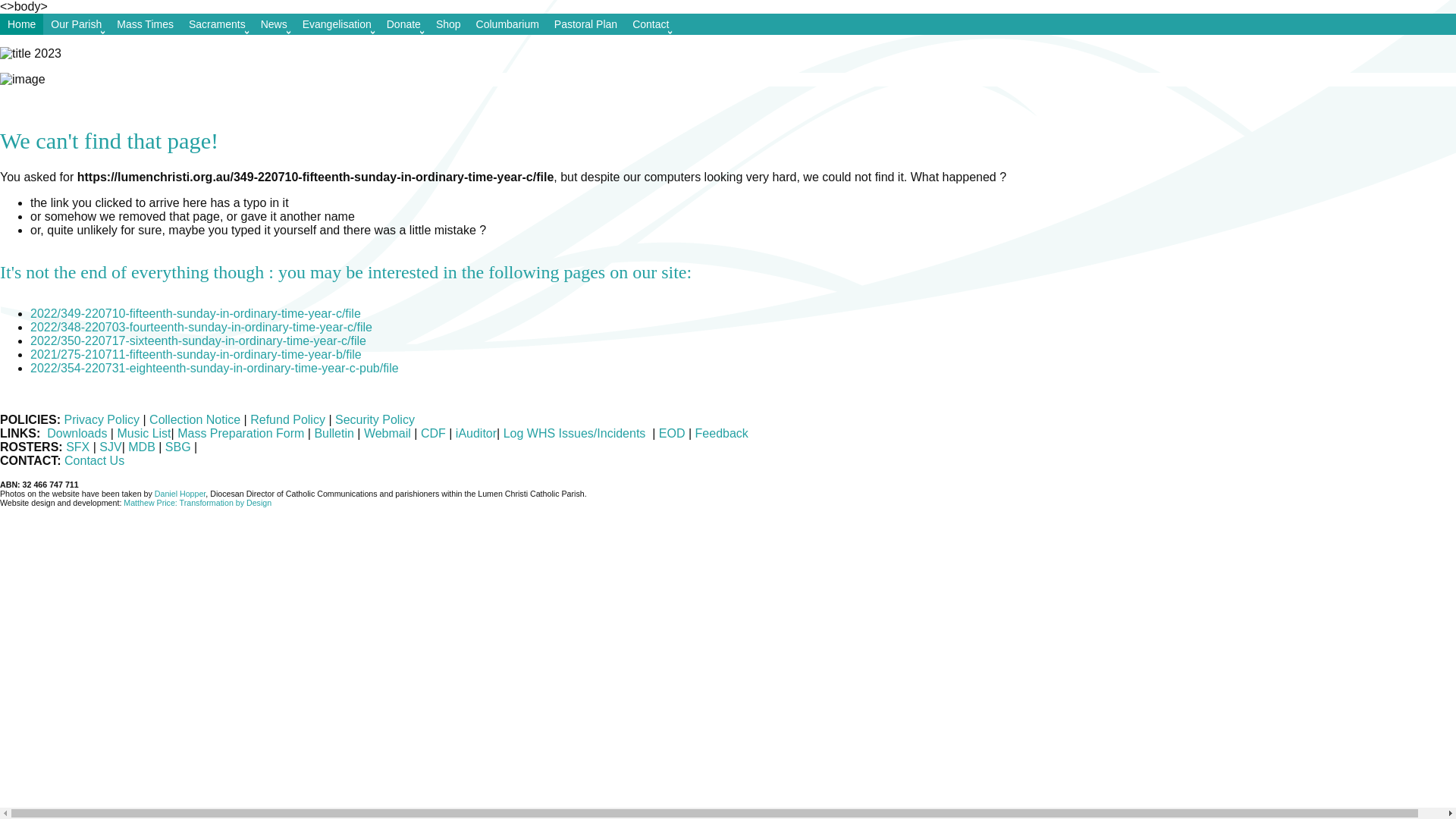  What do you see at coordinates (387, 433) in the screenshot?
I see `'Webmail'` at bounding box center [387, 433].